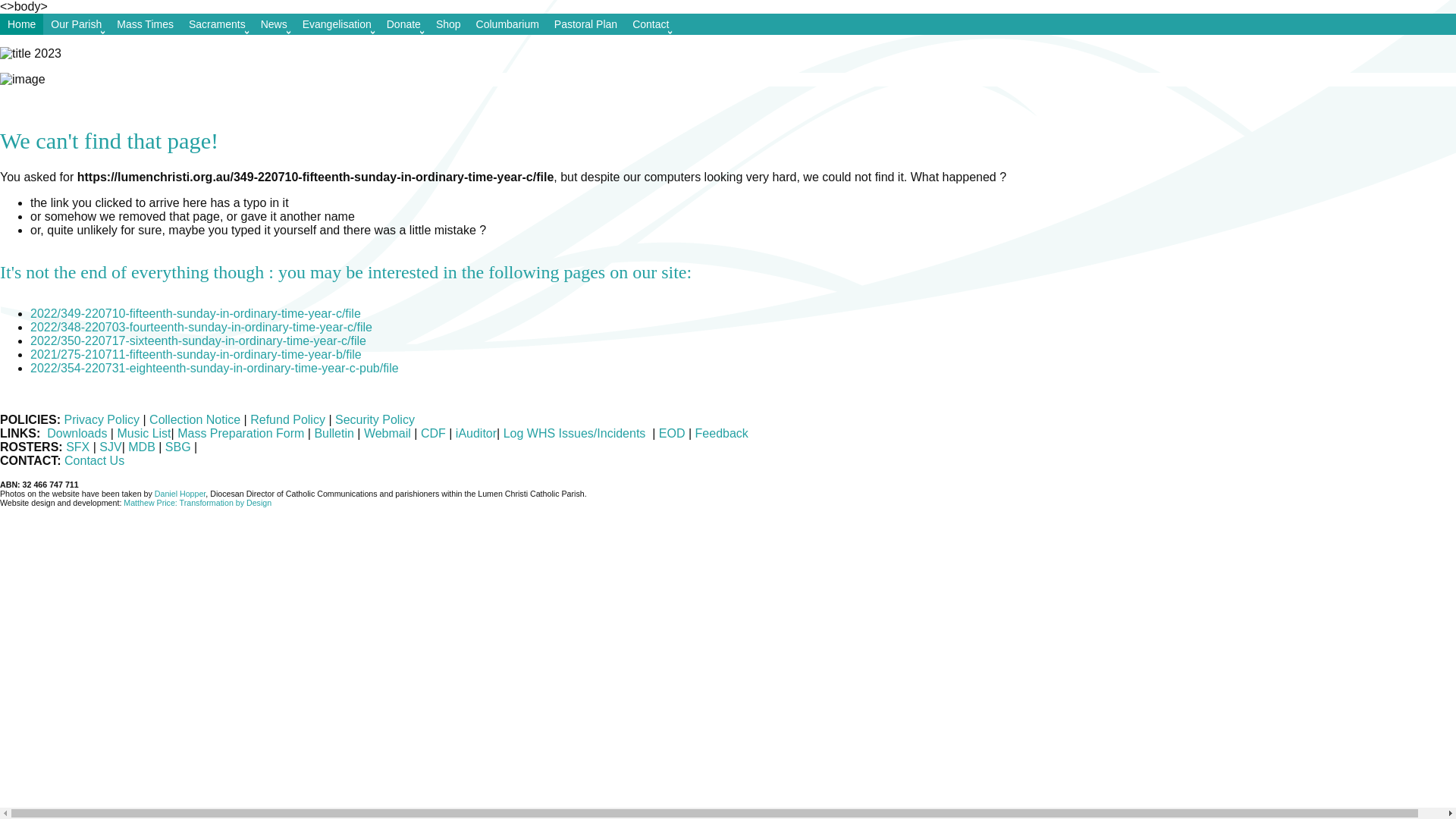  What do you see at coordinates (387, 433) in the screenshot?
I see `'Webmail'` at bounding box center [387, 433].